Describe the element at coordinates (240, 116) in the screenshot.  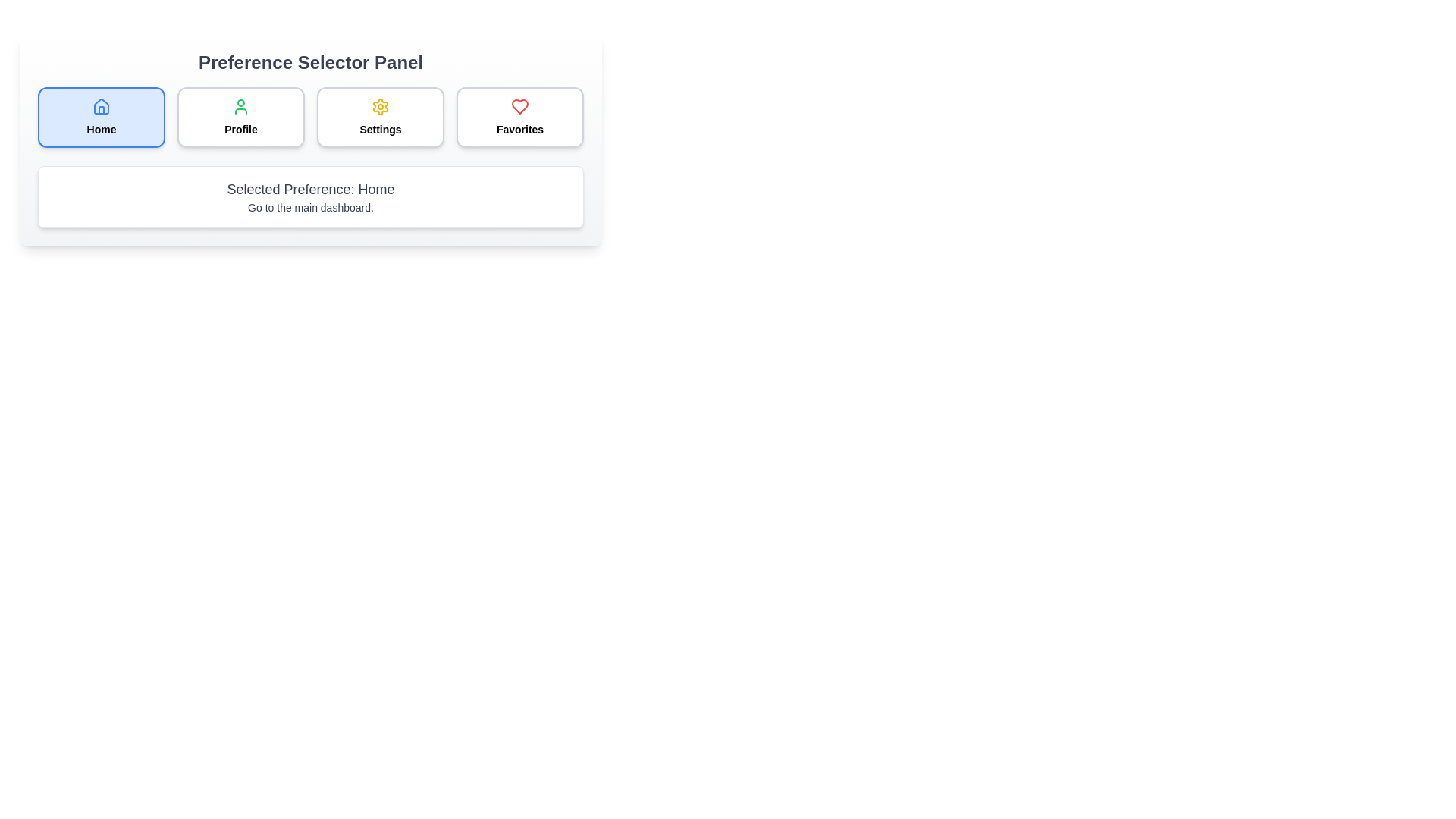
I see `the 'Profile' button, which is a rectangular button with a white background, gray border, rounded corners, a green user icon at the top, and the text label 'Profile' centered underneath` at that location.